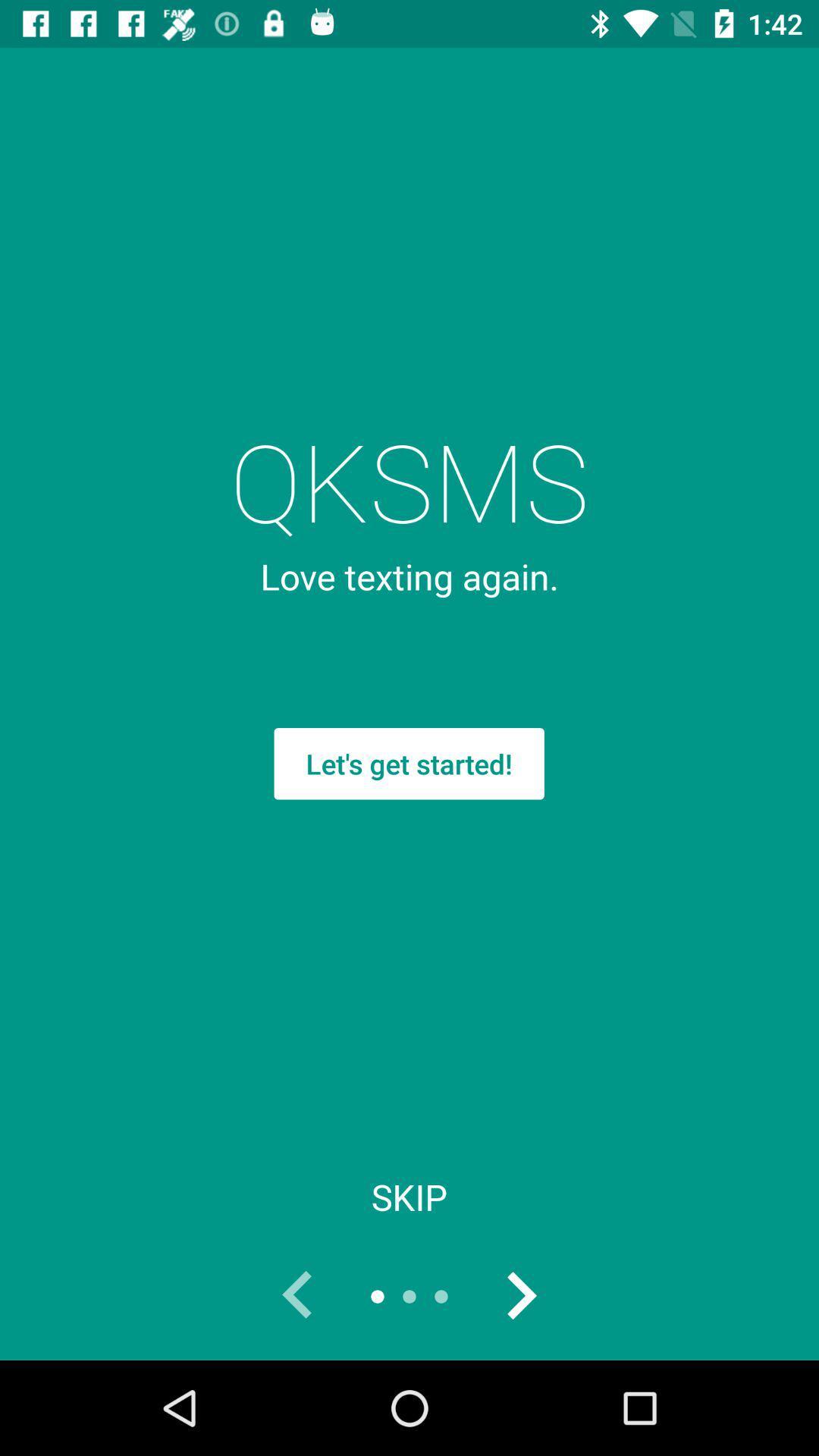 This screenshot has width=819, height=1456. I want to click on icon below the let s get item, so click(409, 1196).